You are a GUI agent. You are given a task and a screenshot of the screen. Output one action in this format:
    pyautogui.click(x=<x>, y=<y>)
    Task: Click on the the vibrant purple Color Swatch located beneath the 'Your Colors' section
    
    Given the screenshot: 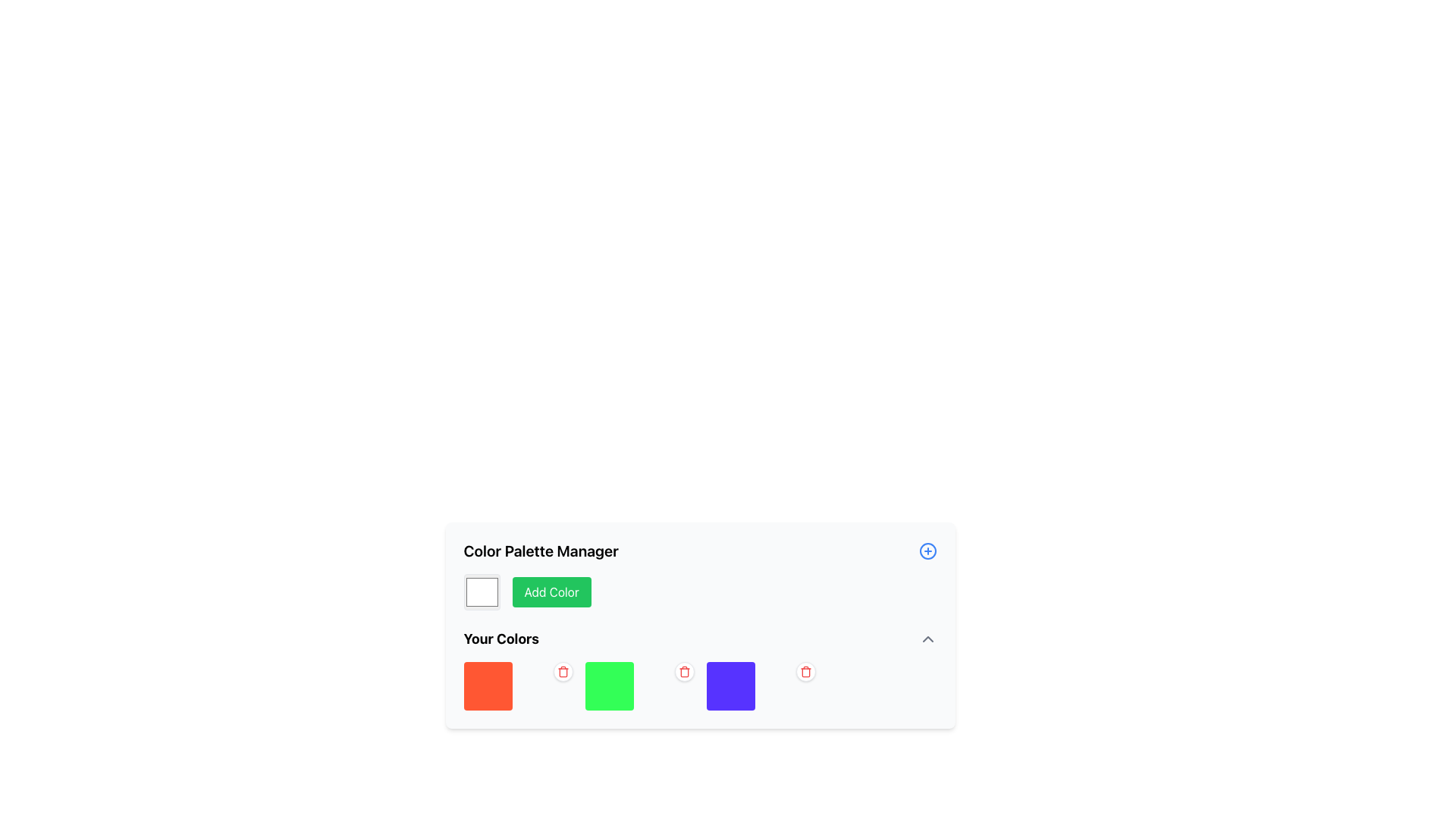 What is the action you would take?
    pyautogui.click(x=730, y=686)
    